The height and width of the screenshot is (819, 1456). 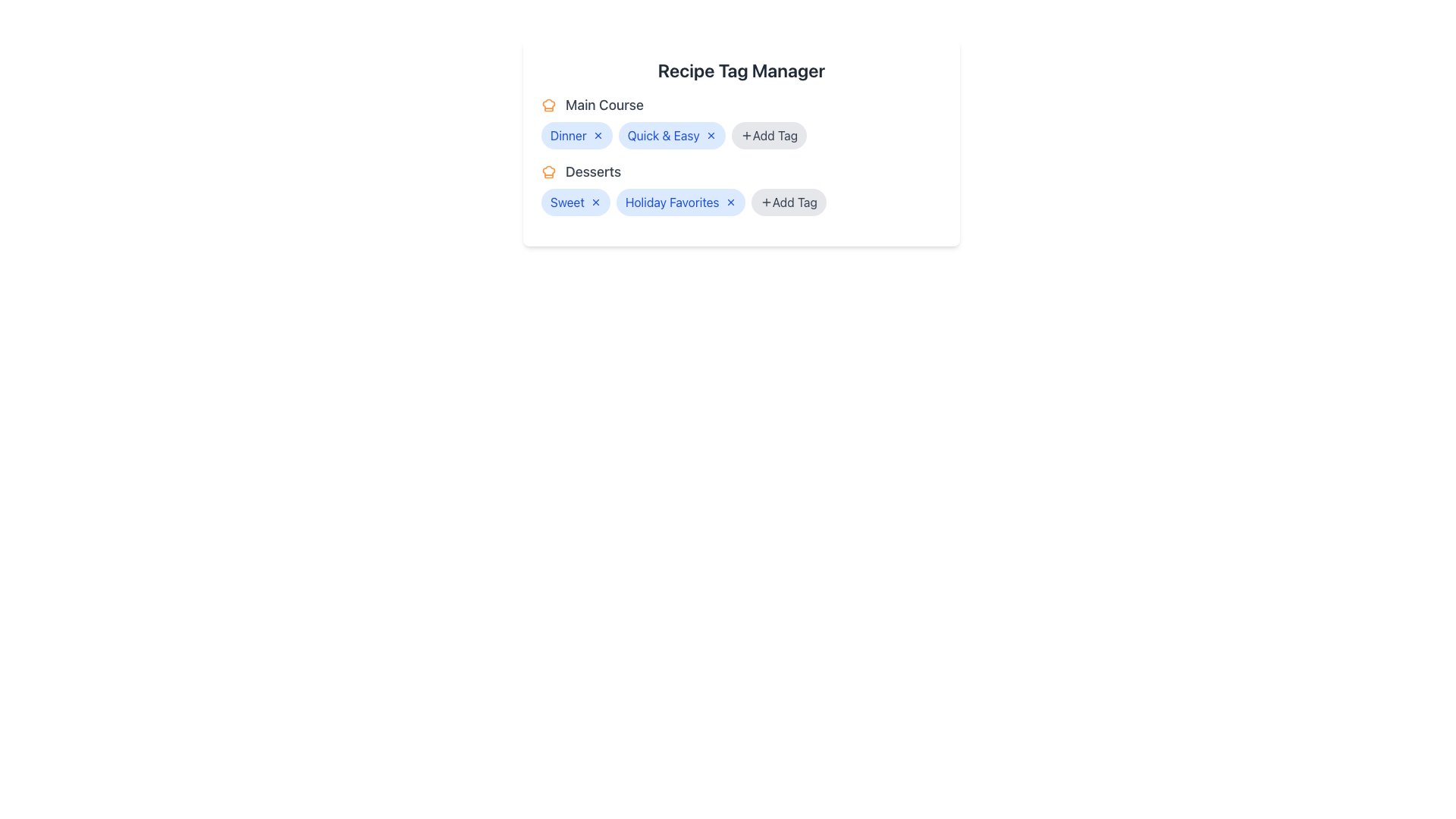 What do you see at coordinates (566, 201) in the screenshot?
I see `the text label displaying the word 'Sweet' in blue font, part of a rounded pill-shaped tag in the 'Desserts' section under the 'Recipe Tag Manager' heading` at bounding box center [566, 201].